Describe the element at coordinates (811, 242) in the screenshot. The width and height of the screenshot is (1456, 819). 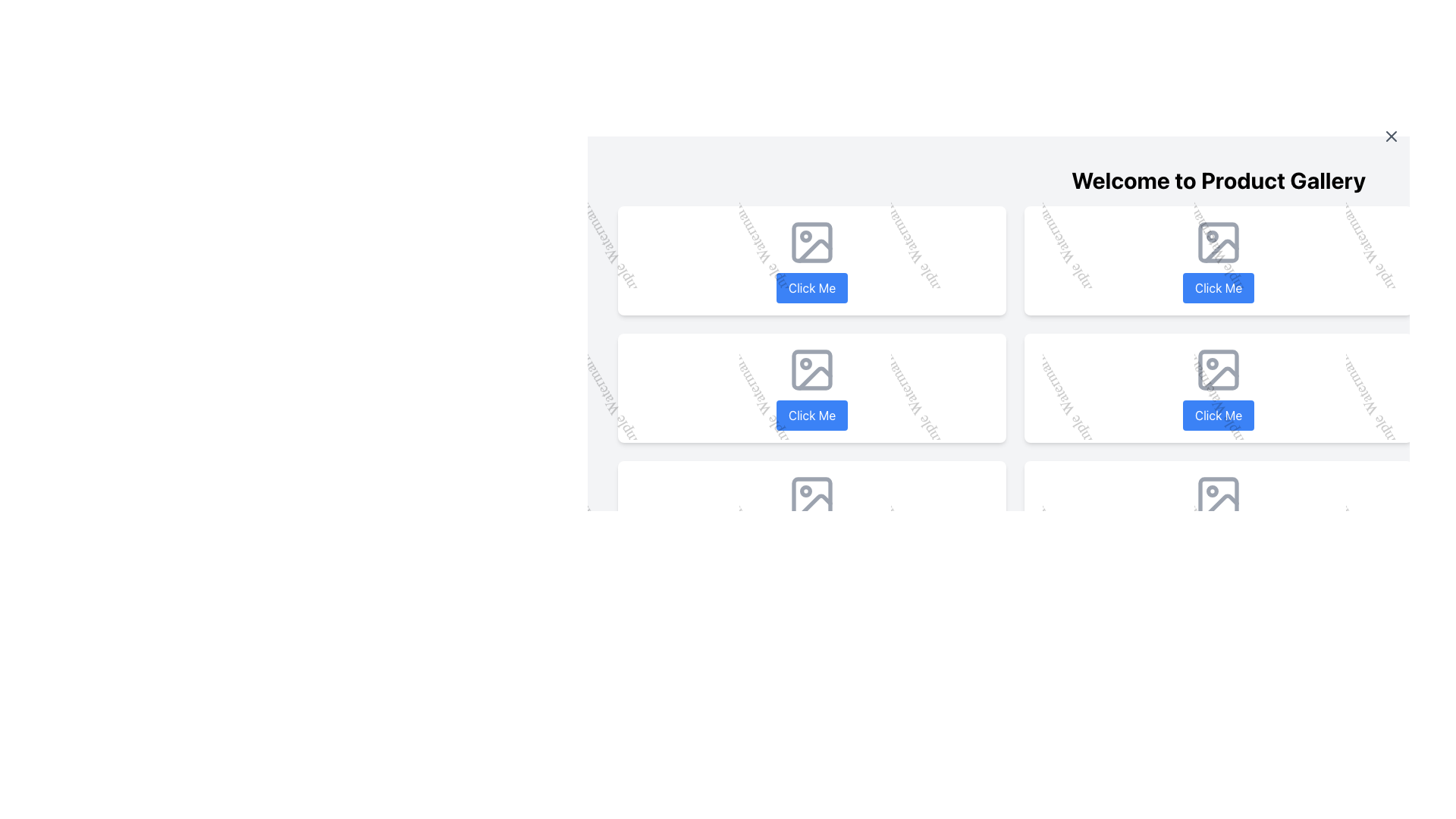
I see `the small rectangular SVG shape with rounded corners, which serves as the background graphic for an icon located in the upper left section of a grid layout` at that location.